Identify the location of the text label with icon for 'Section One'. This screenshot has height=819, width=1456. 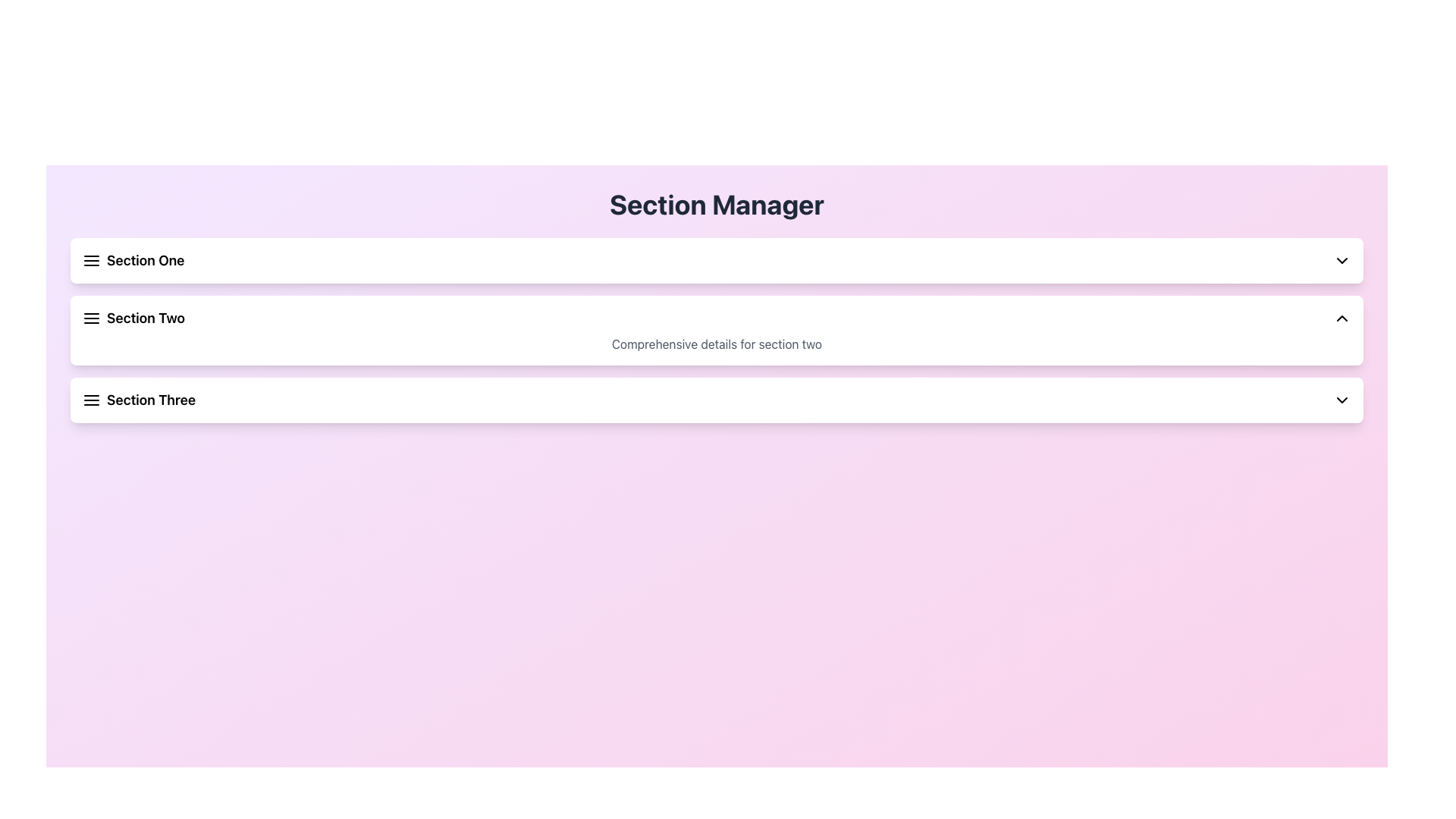
(133, 259).